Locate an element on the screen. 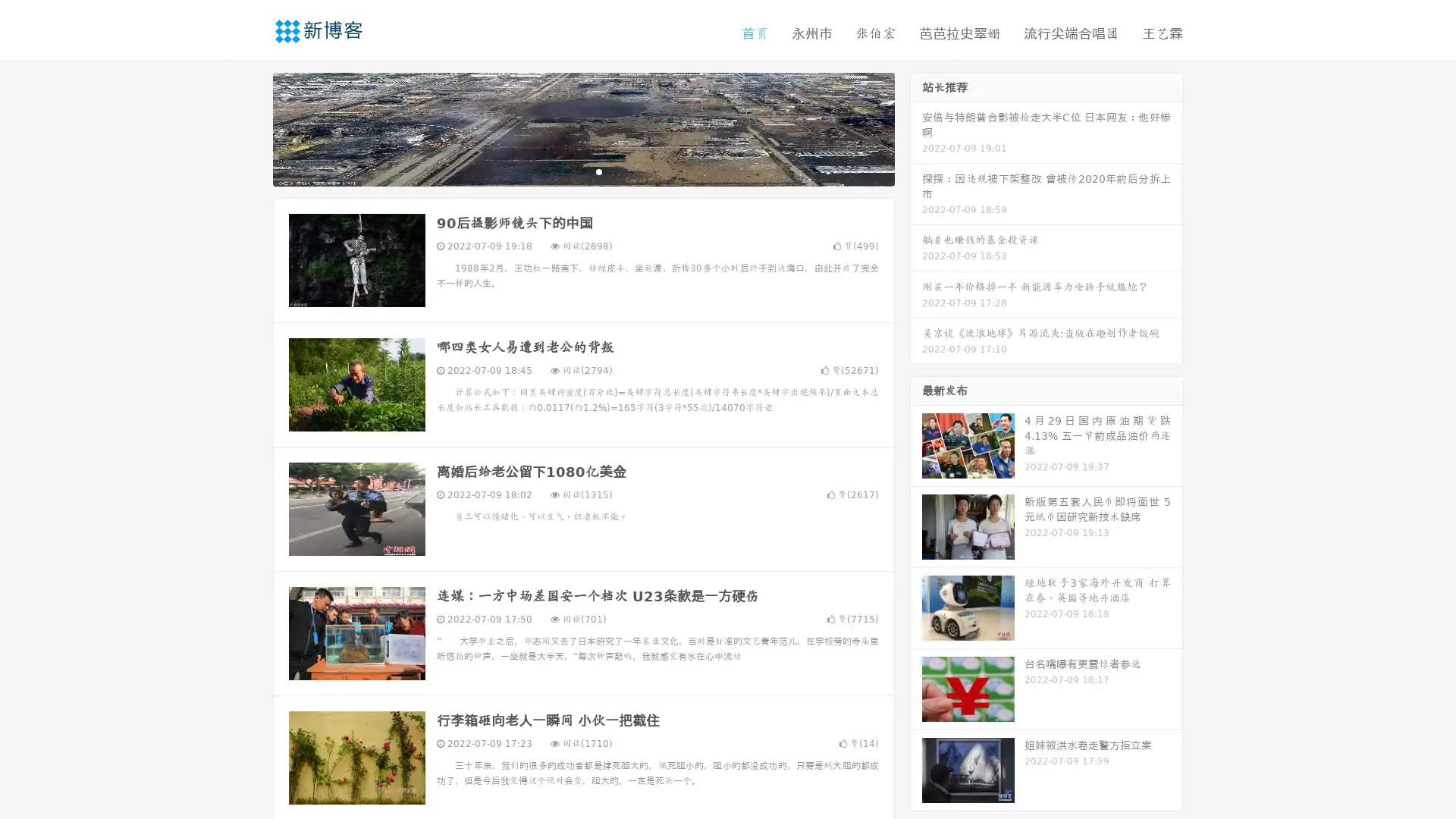  Next slide is located at coordinates (916, 127).